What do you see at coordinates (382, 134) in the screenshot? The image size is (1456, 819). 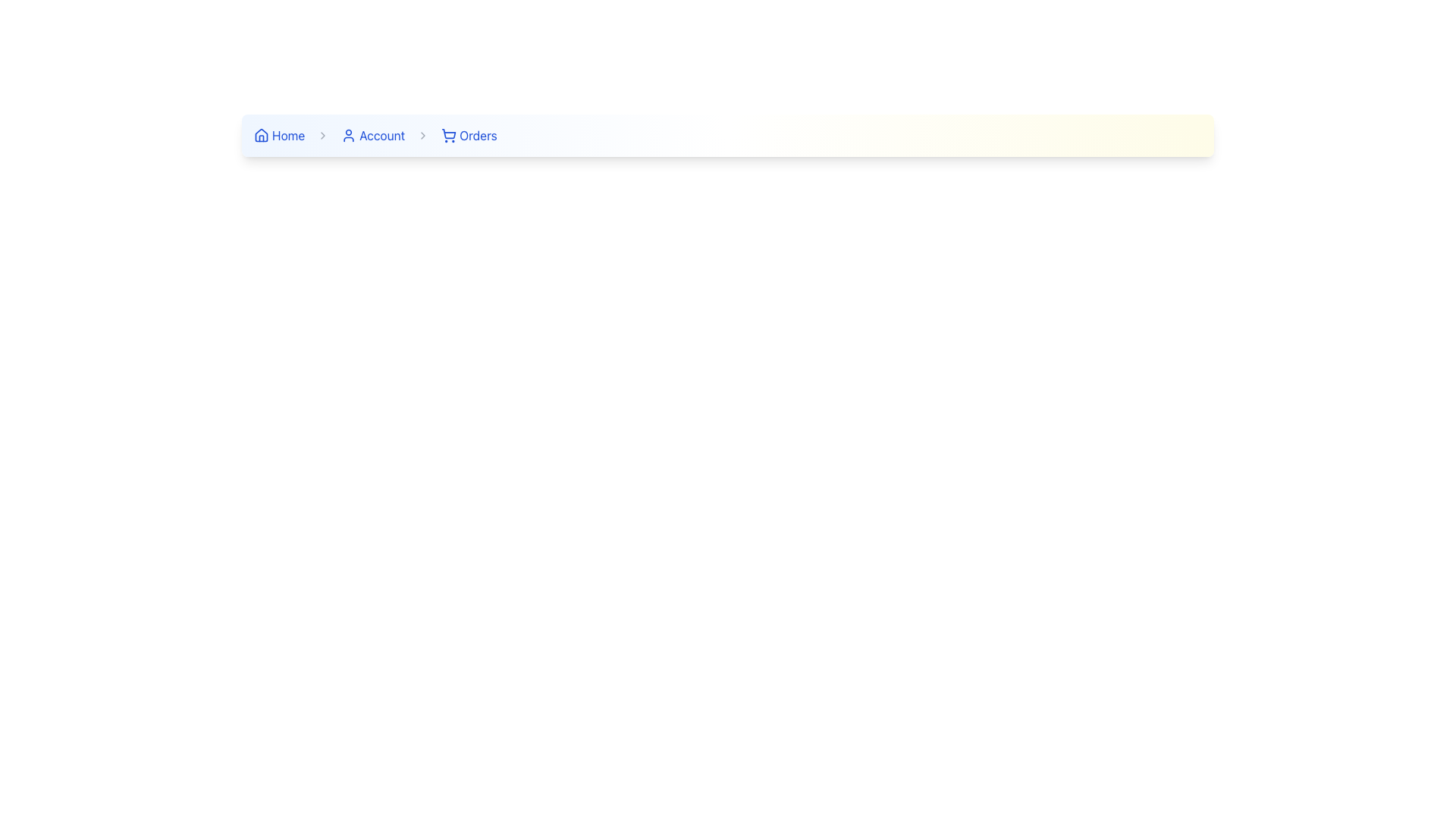 I see `text labeled 'Account' which is styled in blue and is part of the breadcrumb navigation sequence` at bounding box center [382, 134].